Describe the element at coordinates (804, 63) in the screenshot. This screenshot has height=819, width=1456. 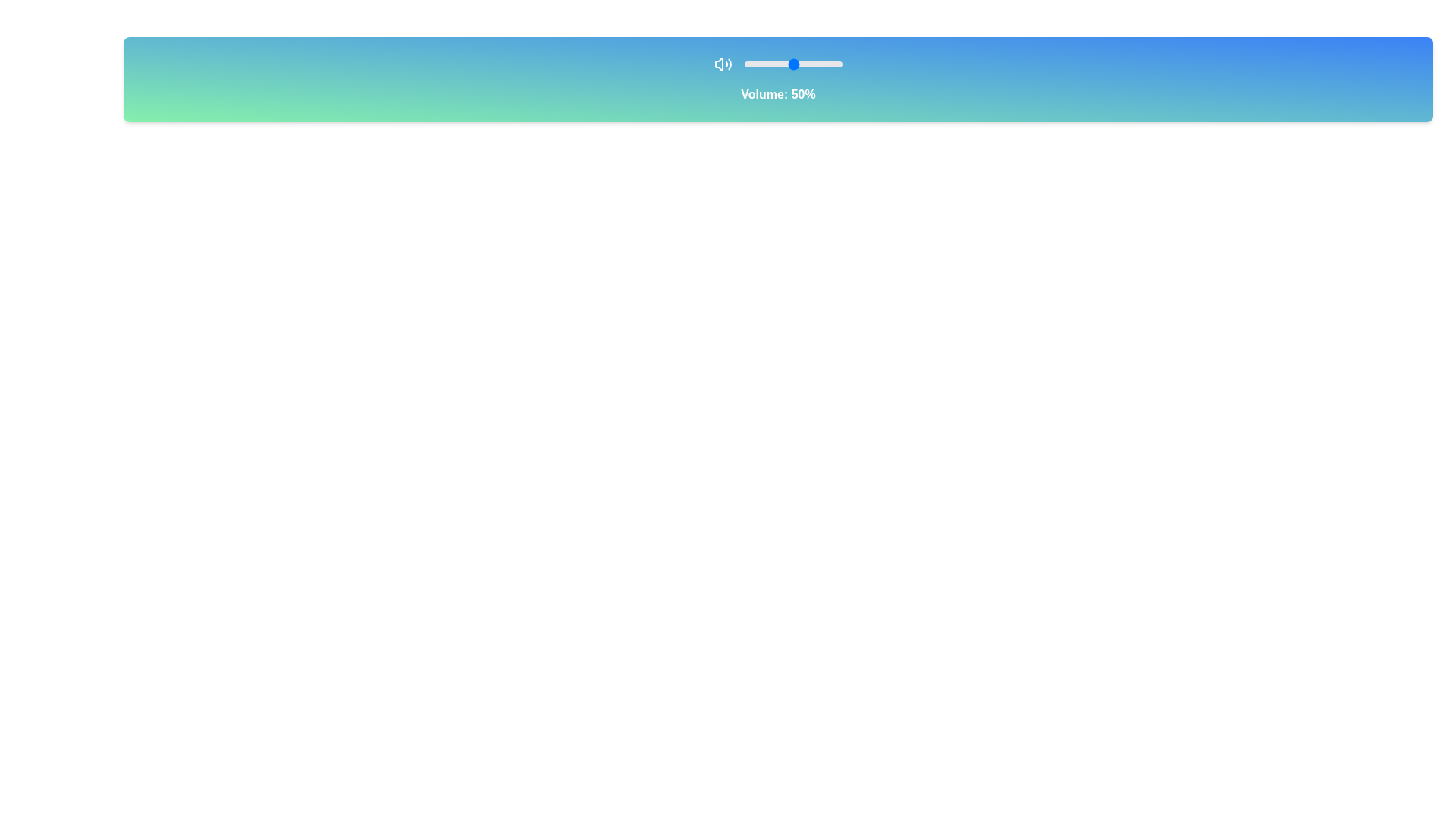
I see `the volume level on the slider` at that location.